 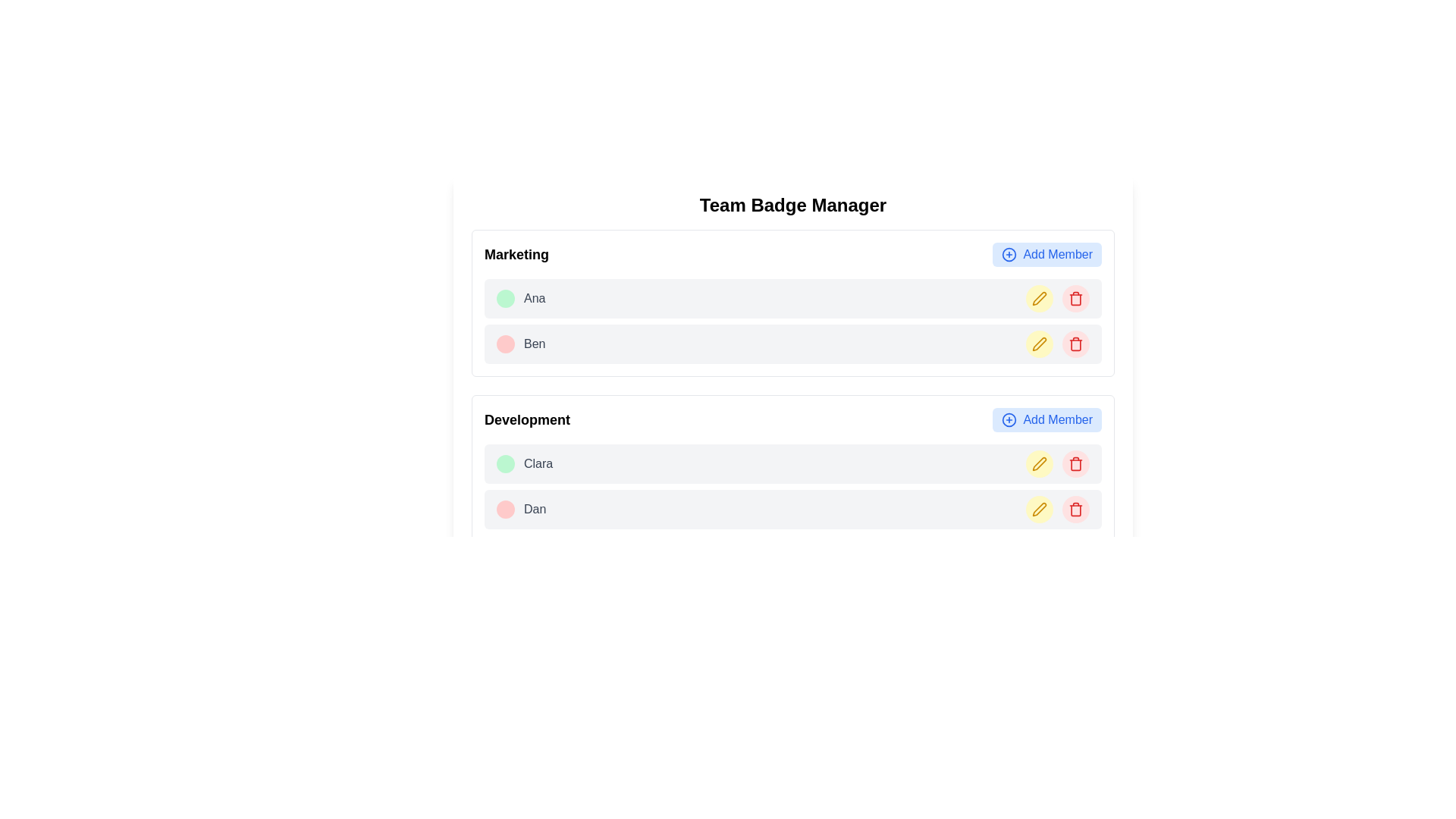 What do you see at coordinates (1009, 420) in the screenshot?
I see `the circular icon with a blue border containing a plus sign, located within the 'Add Member' button in the 'Development' section, to potentially view a tooltip` at bounding box center [1009, 420].